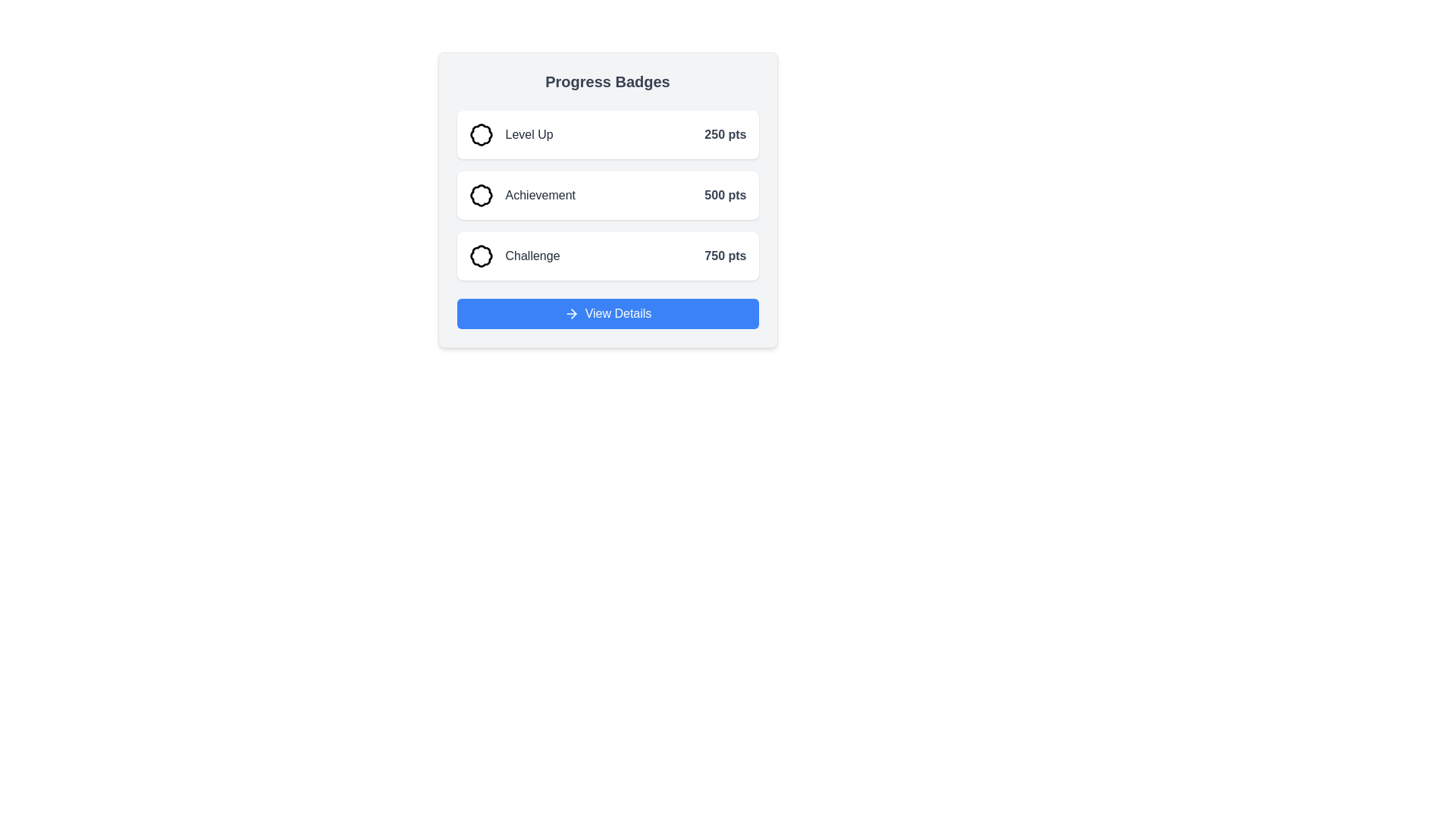 This screenshot has height=819, width=1456. Describe the element at coordinates (522, 195) in the screenshot. I see `the 'Achievement' label with icon, which features a badge-like graphic with a black outline and green fill, located in the Progress Badges card interface` at that location.